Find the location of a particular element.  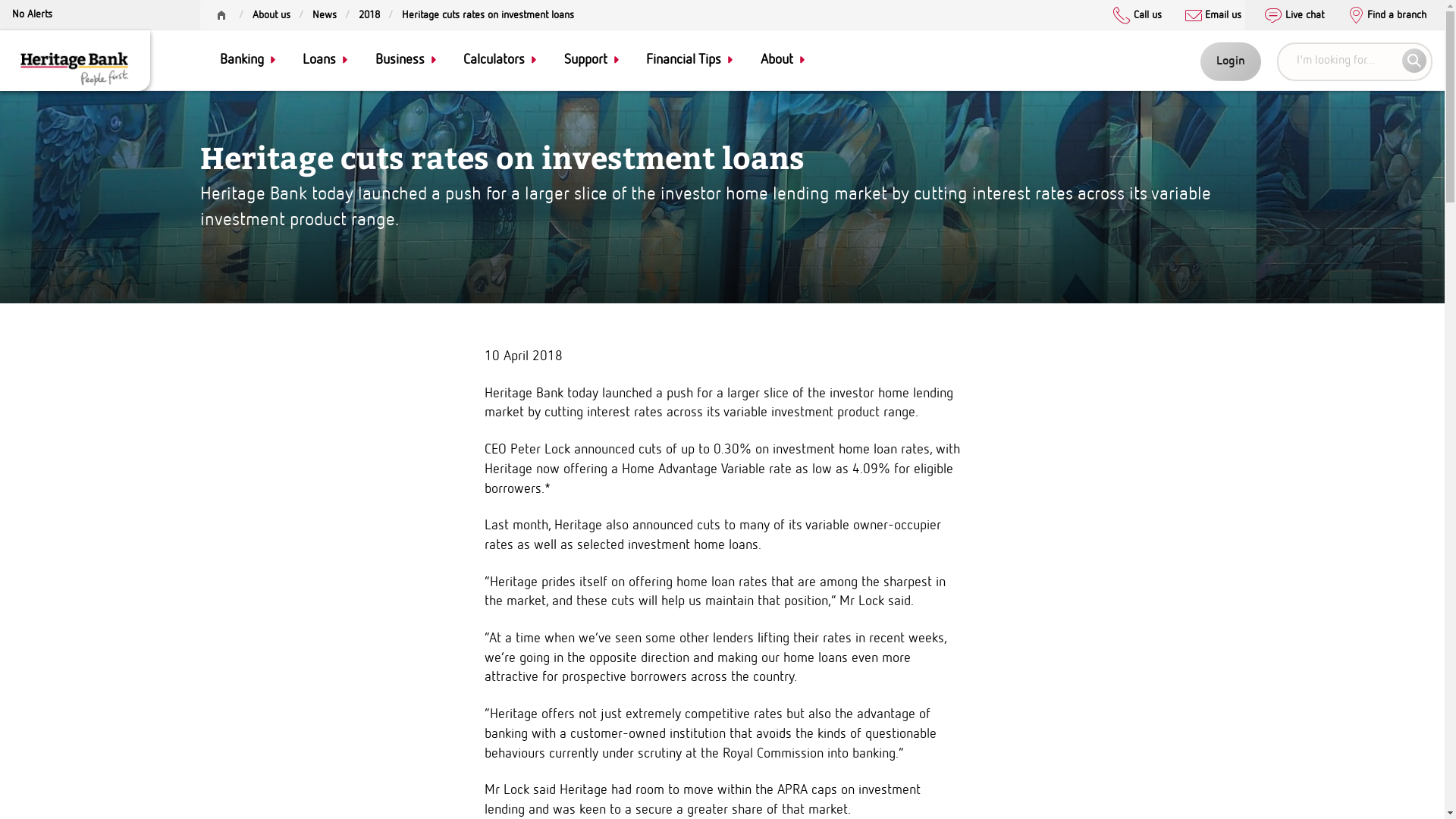

'2018' is located at coordinates (368, 14).